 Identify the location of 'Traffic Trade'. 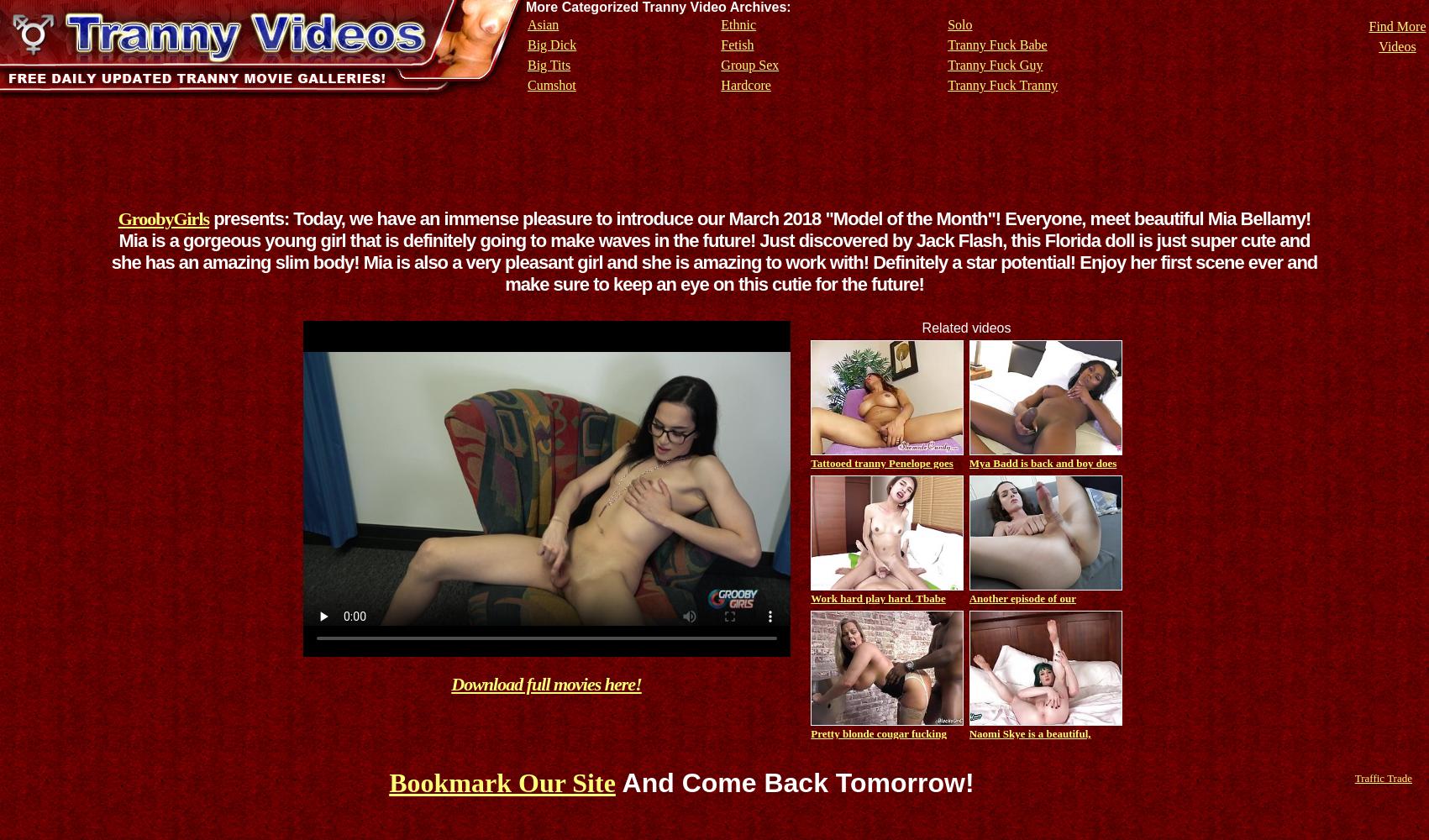
(1353, 778).